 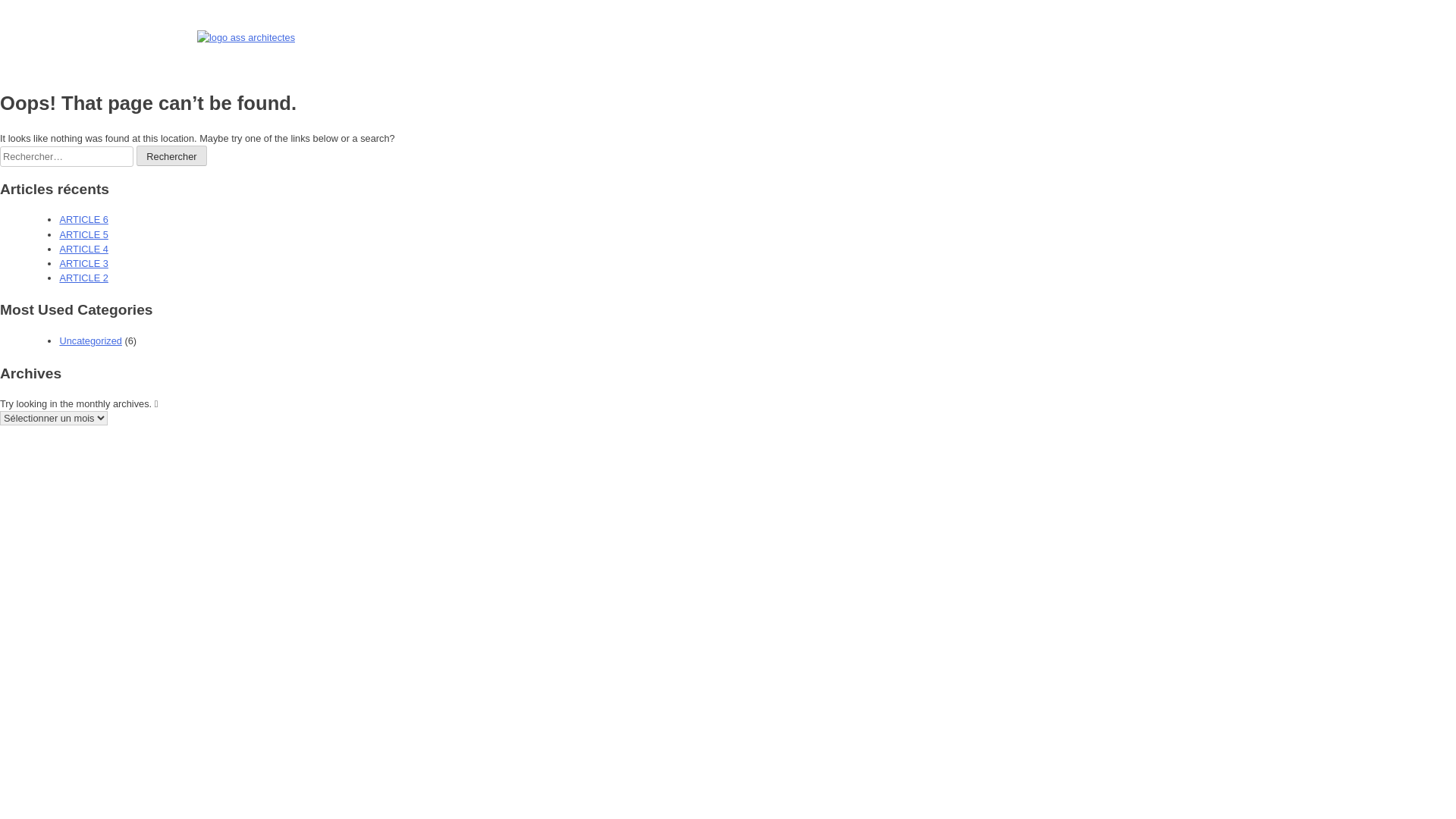 What do you see at coordinates (136, 155) in the screenshot?
I see `'Rechercher'` at bounding box center [136, 155].